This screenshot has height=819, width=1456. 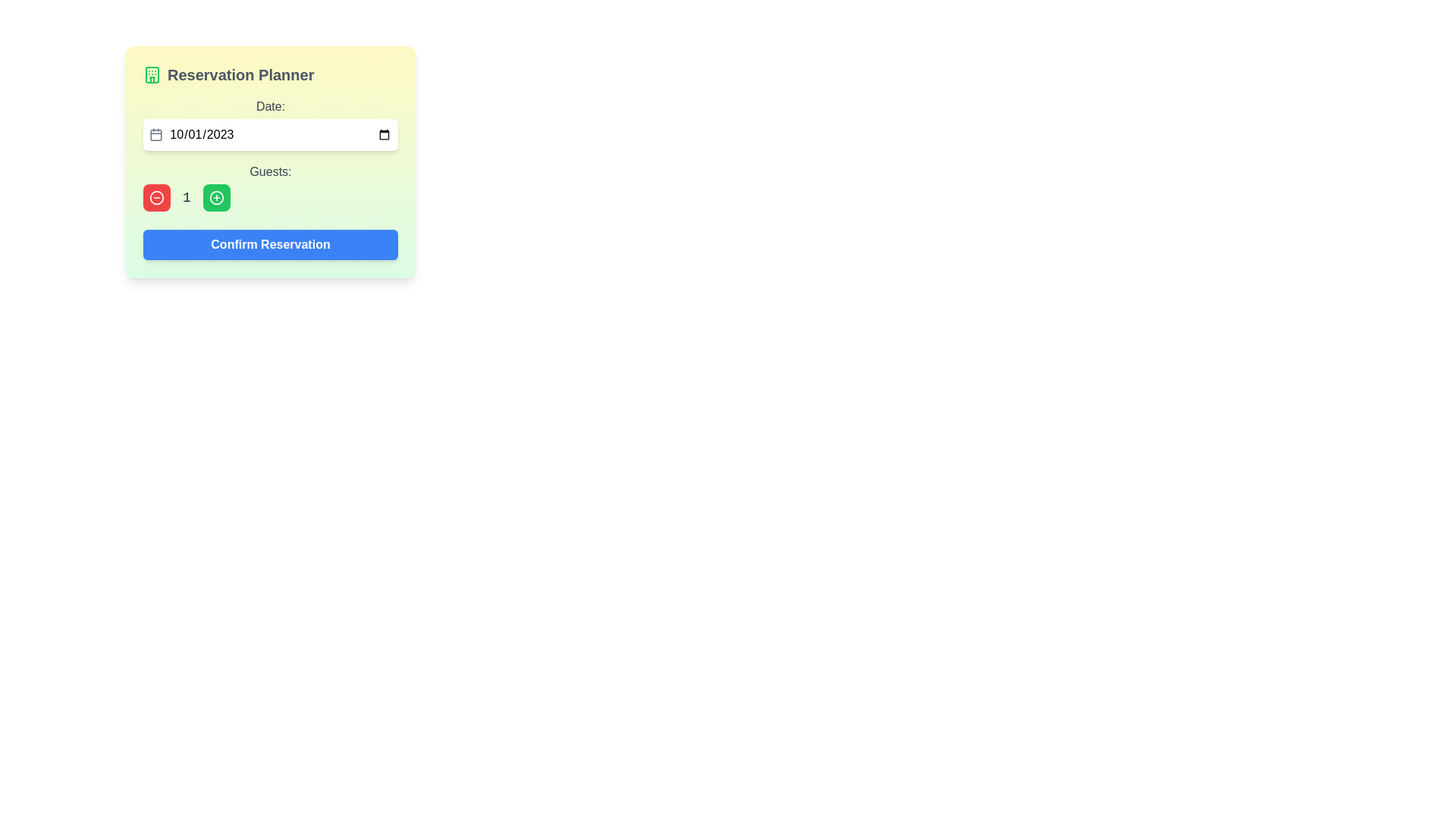 What do you see at coordinates (156, 197) in the screenshot?
I see `the minus sign icon inside the red circular border located at the bottom left of the 'Reservation Planner' card` at bounding box center [156, 197].